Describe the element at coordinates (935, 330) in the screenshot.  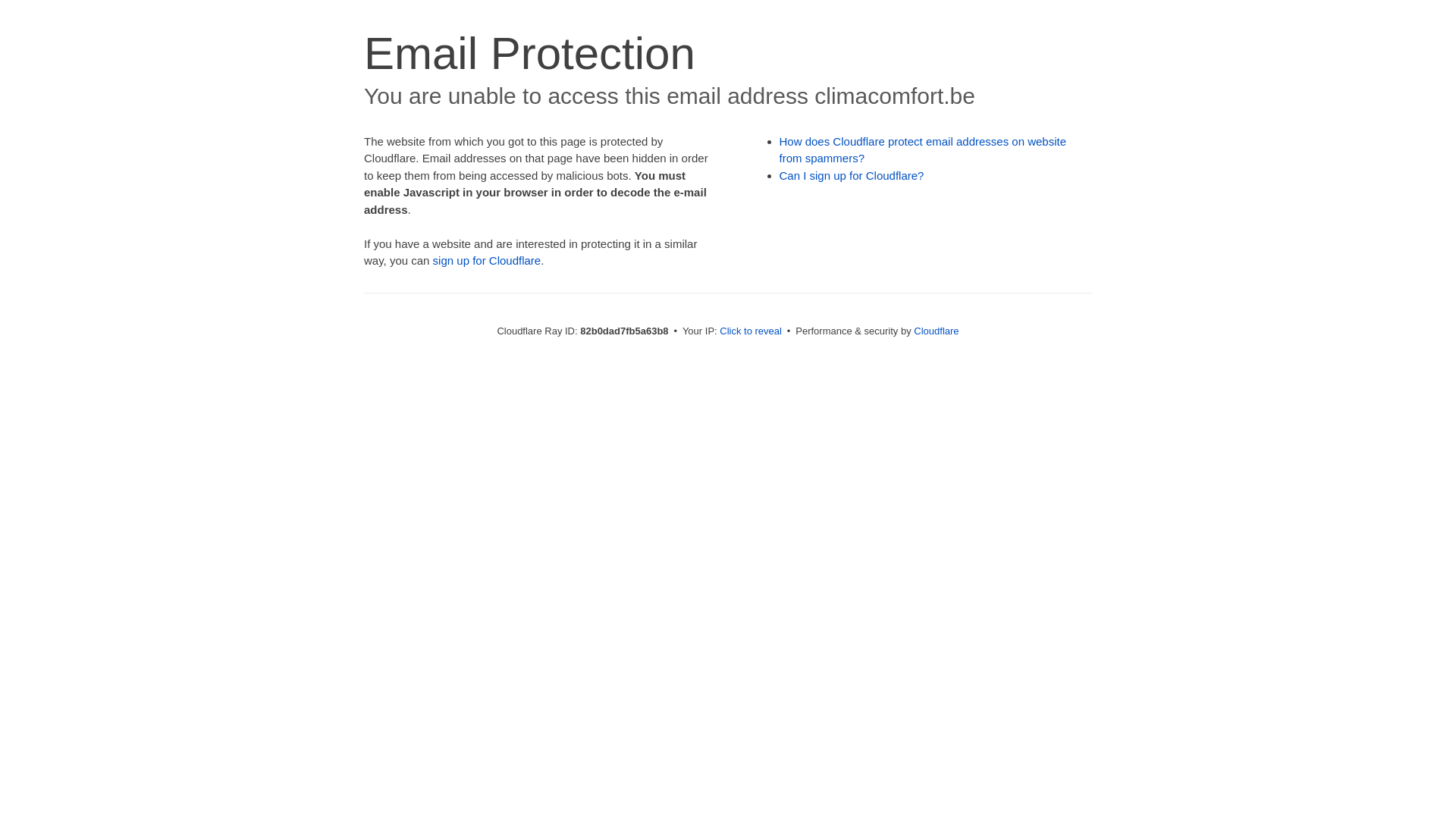
I see `'Cloudflare'` at that location.